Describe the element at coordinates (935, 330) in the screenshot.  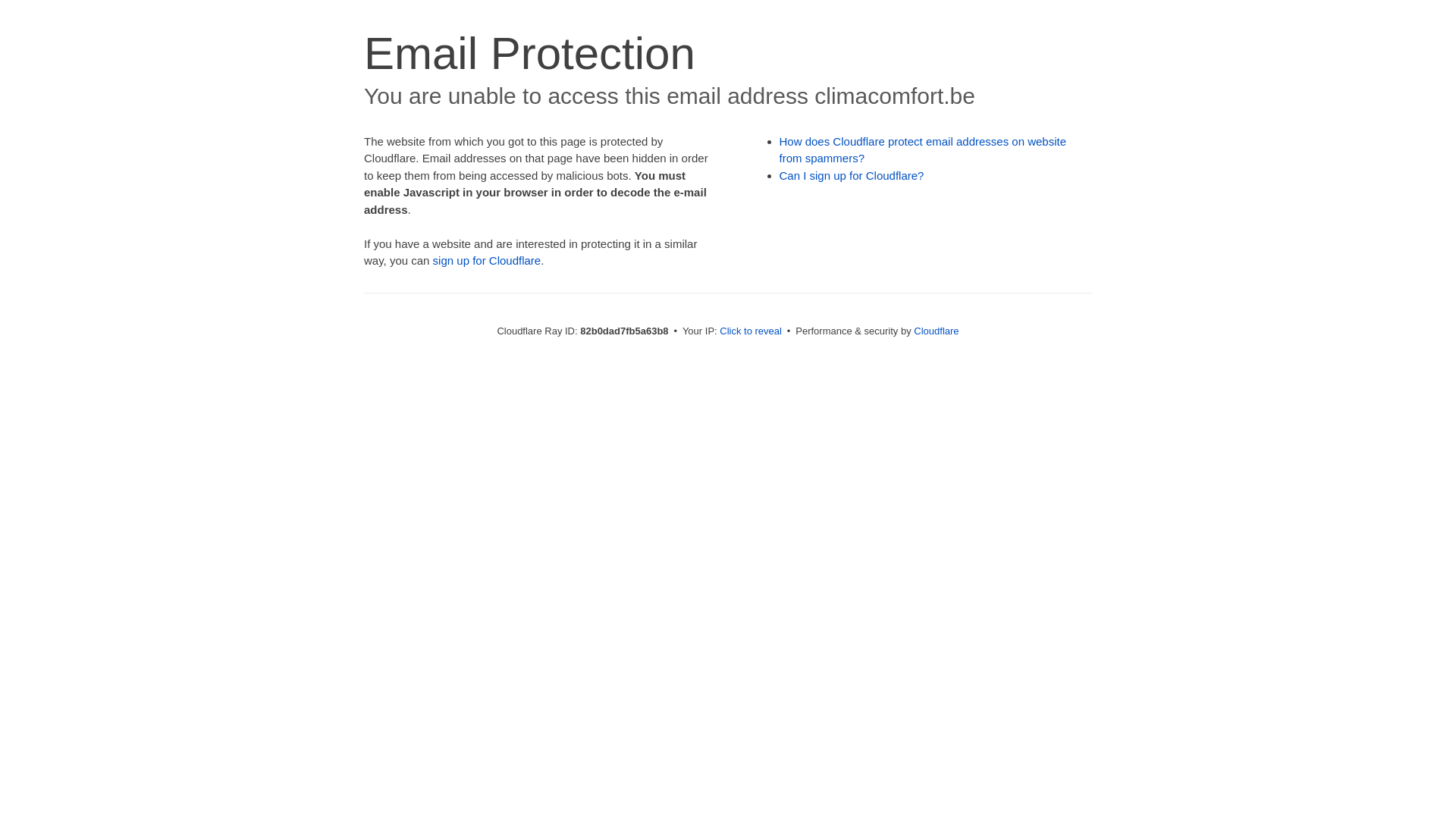
I see `'Cloudflare'` at that location.